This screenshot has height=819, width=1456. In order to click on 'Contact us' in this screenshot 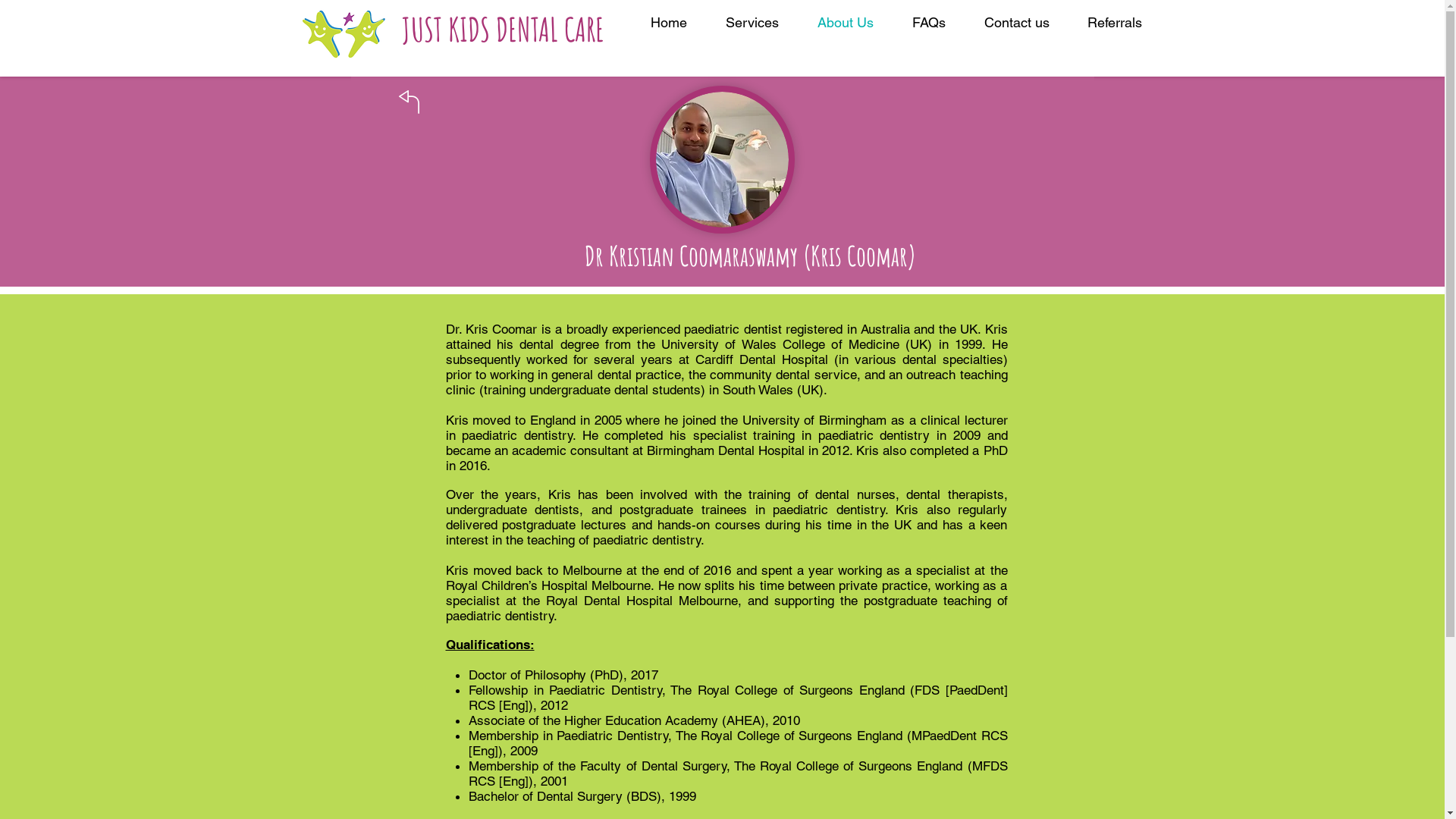, I will do `click(1015, 22)`.